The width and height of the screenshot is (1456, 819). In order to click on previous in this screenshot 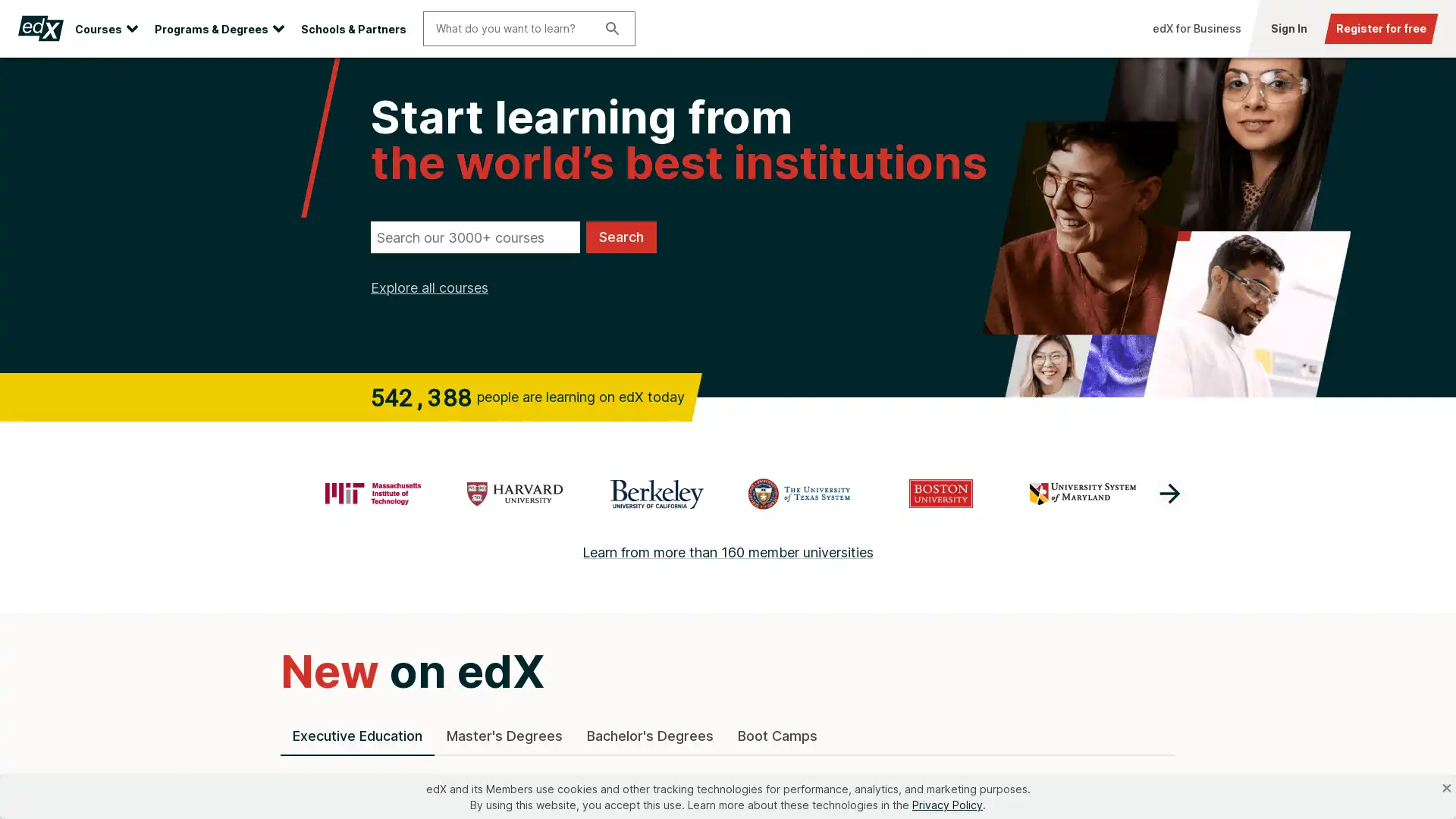, I will do `click(286, 494)`.